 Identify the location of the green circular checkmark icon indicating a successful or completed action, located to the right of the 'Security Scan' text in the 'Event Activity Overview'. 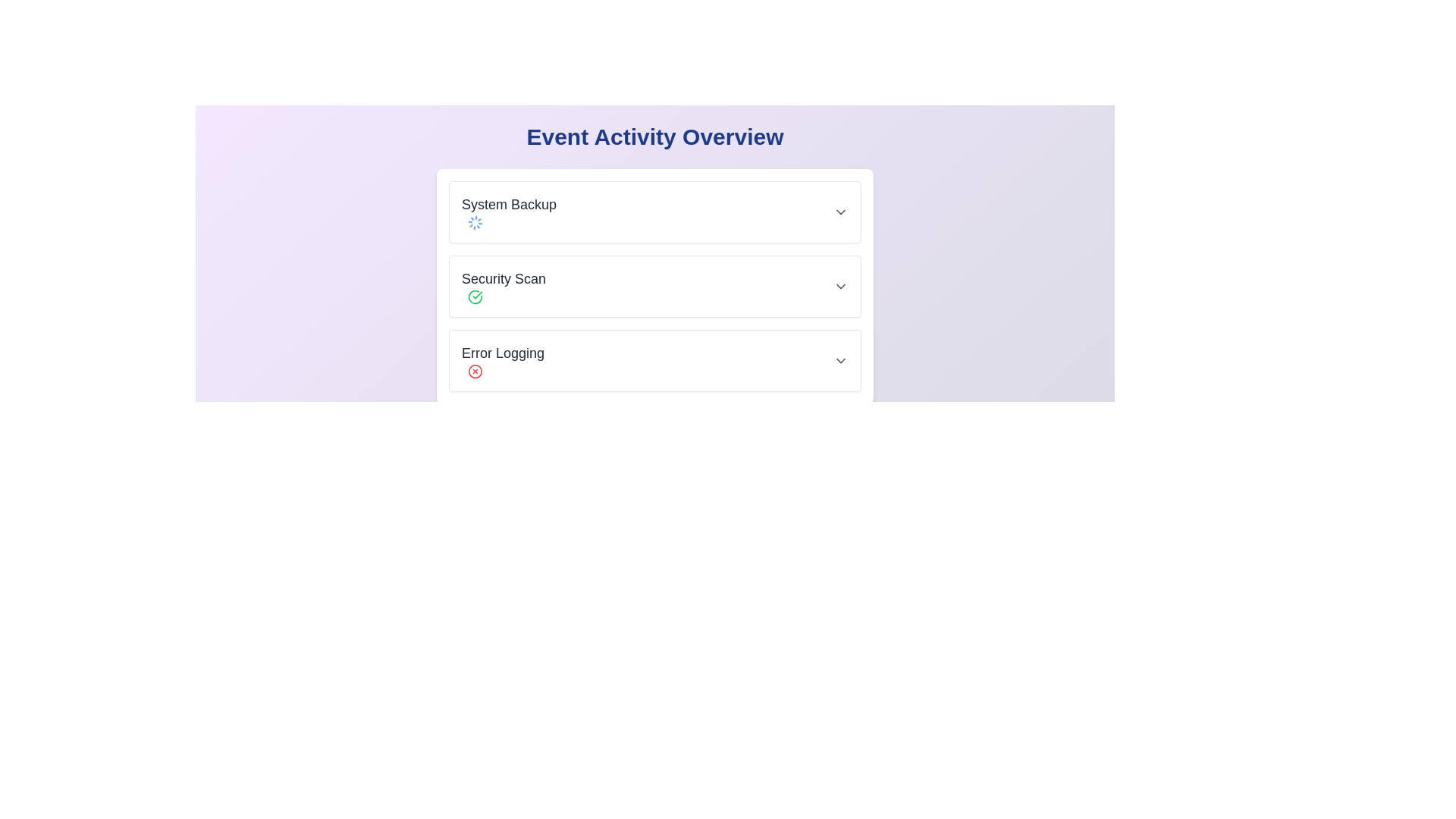
(475, 297).